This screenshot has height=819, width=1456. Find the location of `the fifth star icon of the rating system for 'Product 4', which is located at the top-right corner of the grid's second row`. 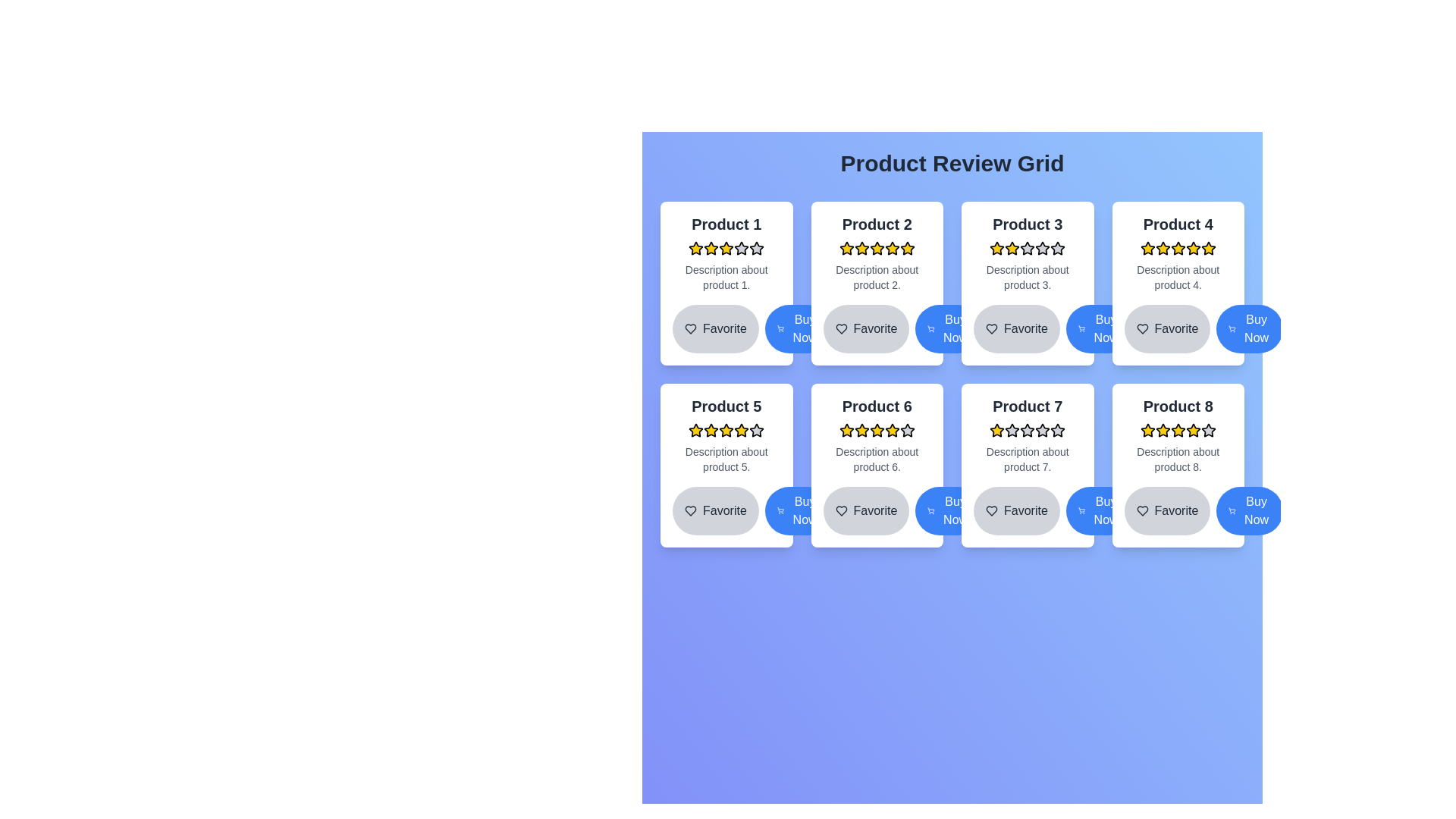

the fifth star icon of the rating system for 'Product 4', which is located at the top-right corner of the grid's second row is located at coordinates (1207, 247).